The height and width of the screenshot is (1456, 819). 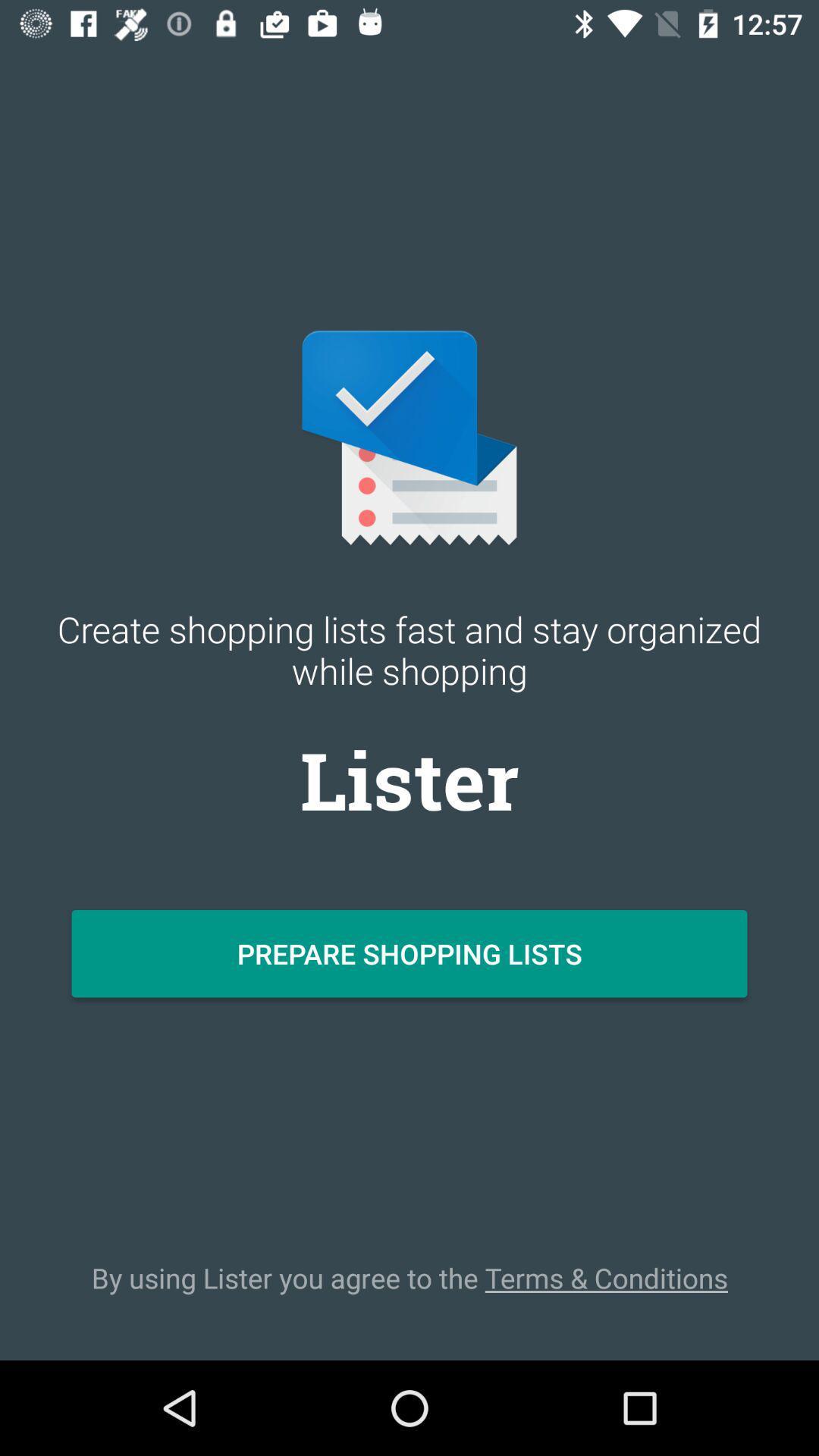 What do you see at coordinates (409, 1277) in the screenshot?
I see `the by using lister item` at bounding box center [409, 1277].